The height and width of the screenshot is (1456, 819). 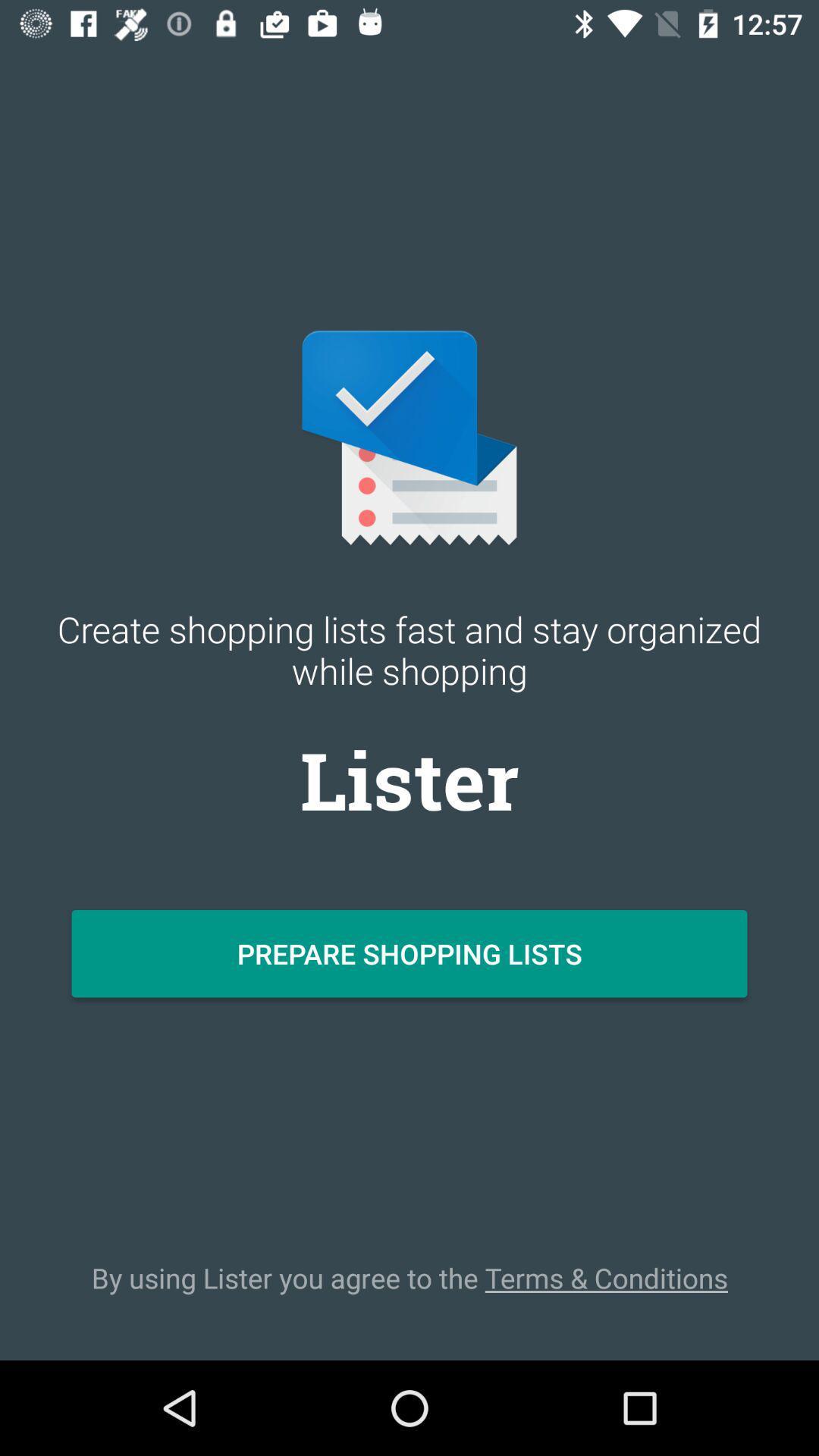 What do you see at coordinates (409, 1277) in the screenshot?
I see `the by using lister item` at bounding box center [409, 1277].